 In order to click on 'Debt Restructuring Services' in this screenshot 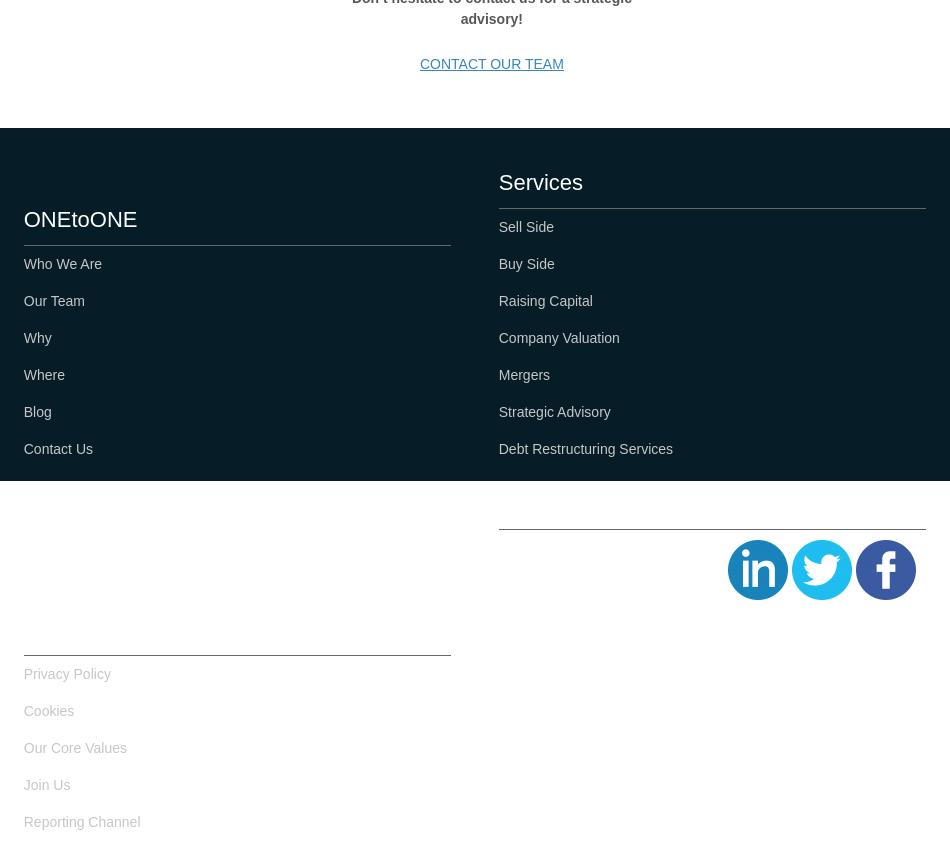, I will do `click(585, 447)`.